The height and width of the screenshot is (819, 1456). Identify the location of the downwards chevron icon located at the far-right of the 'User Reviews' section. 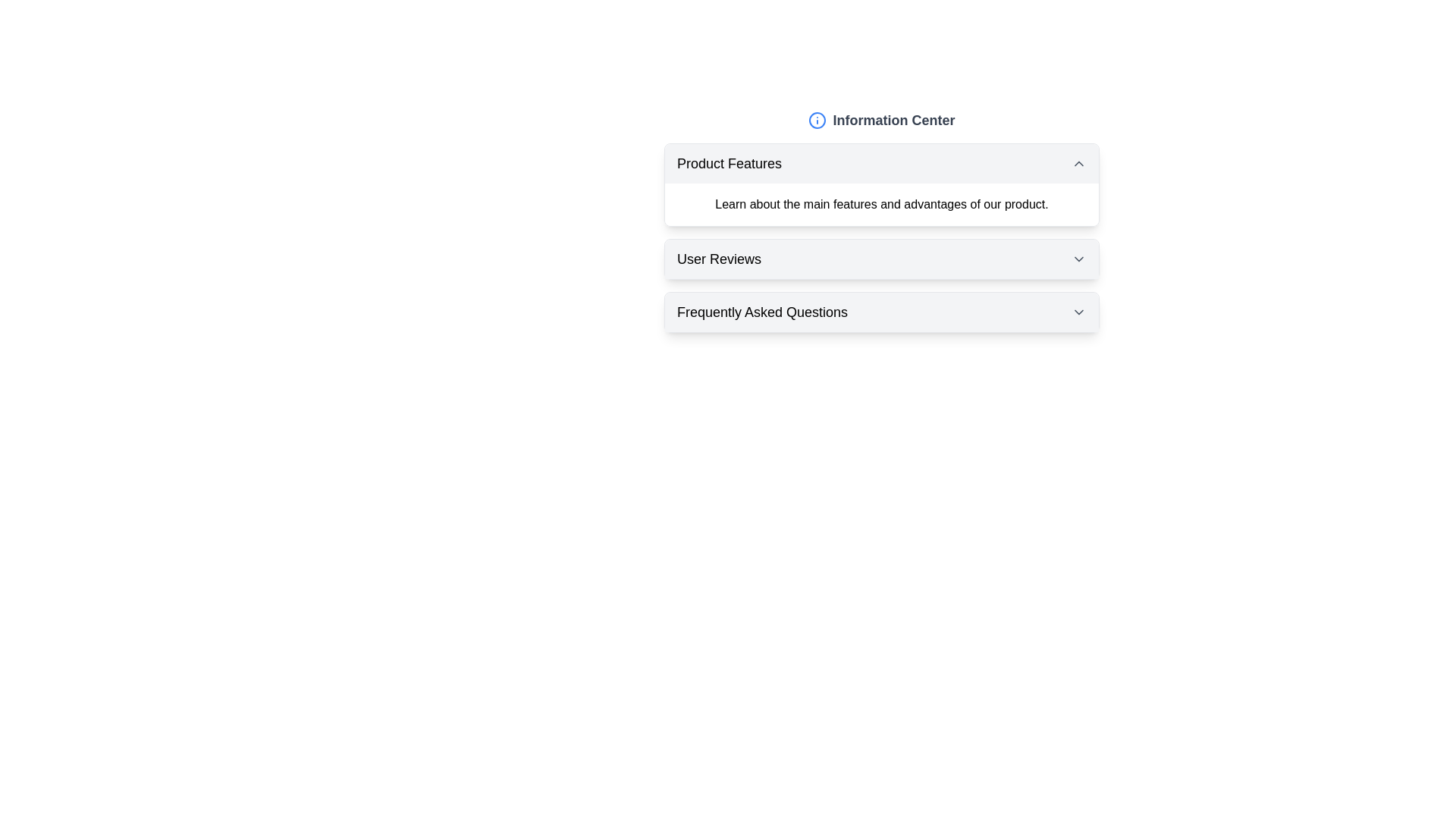
(1078, 259).